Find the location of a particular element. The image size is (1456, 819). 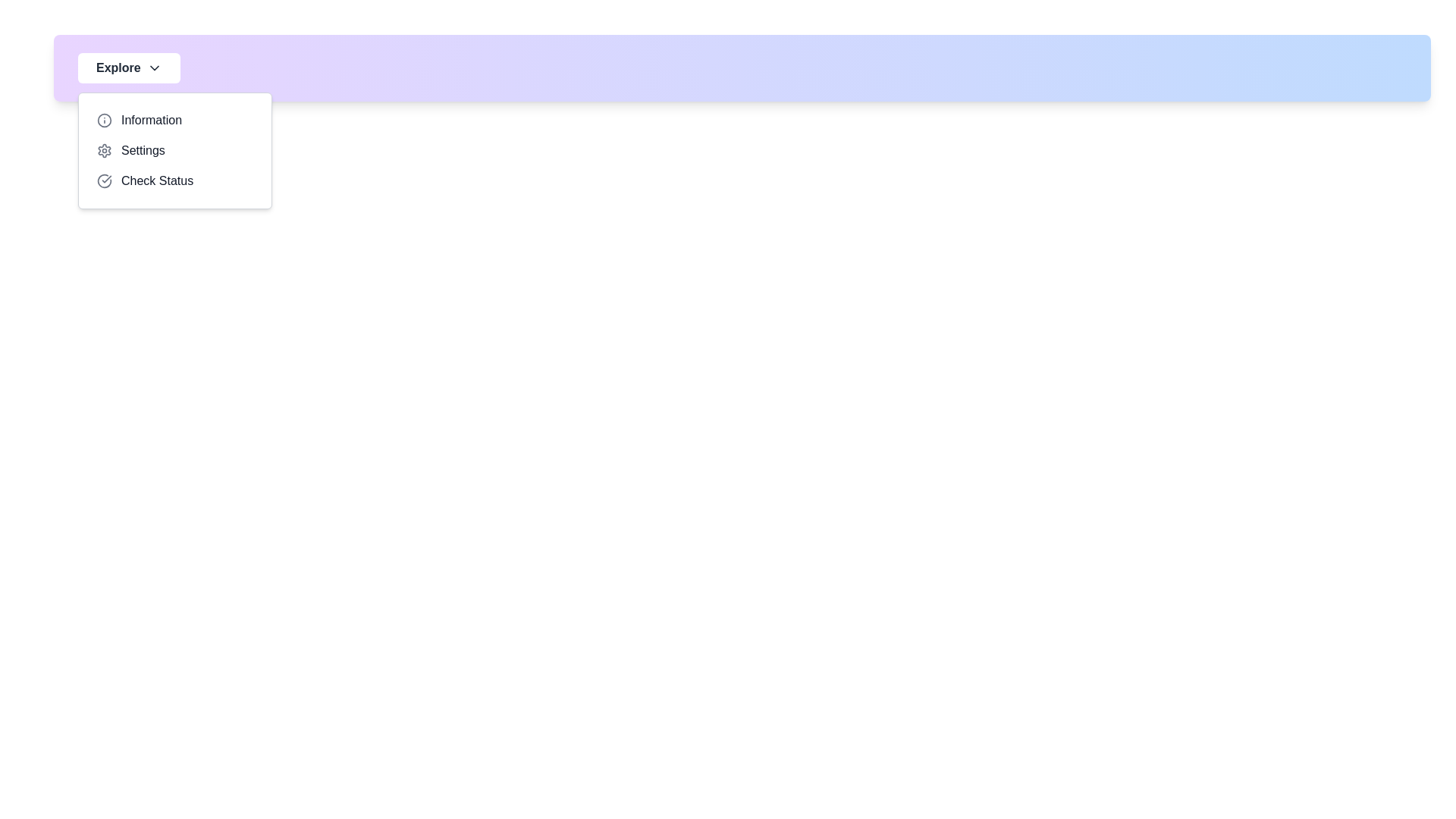

the menu item Information to highlight it is located at coordinates (174, 119).